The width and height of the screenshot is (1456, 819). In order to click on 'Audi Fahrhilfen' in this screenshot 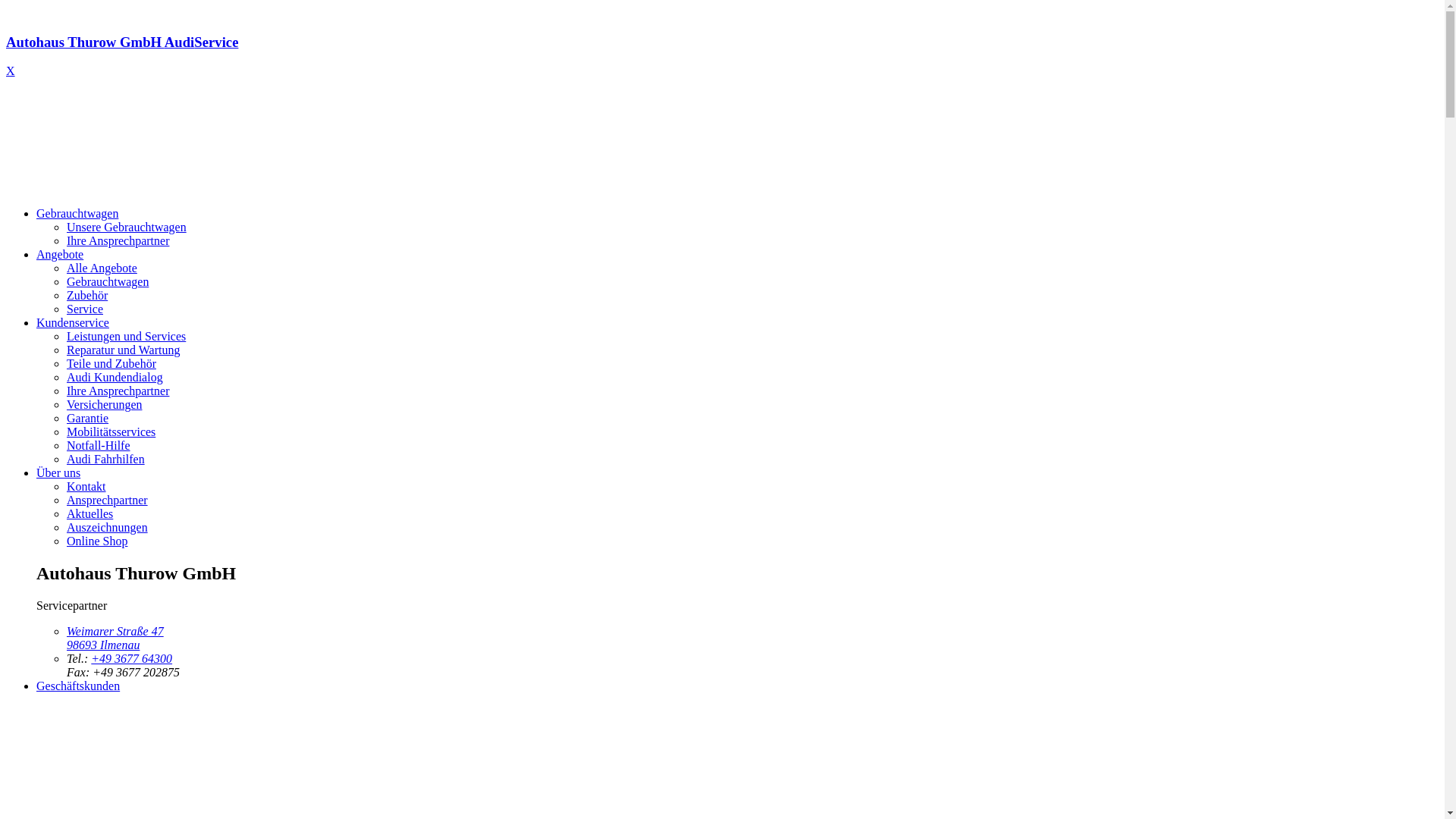, I will do `click(105, 458)`.